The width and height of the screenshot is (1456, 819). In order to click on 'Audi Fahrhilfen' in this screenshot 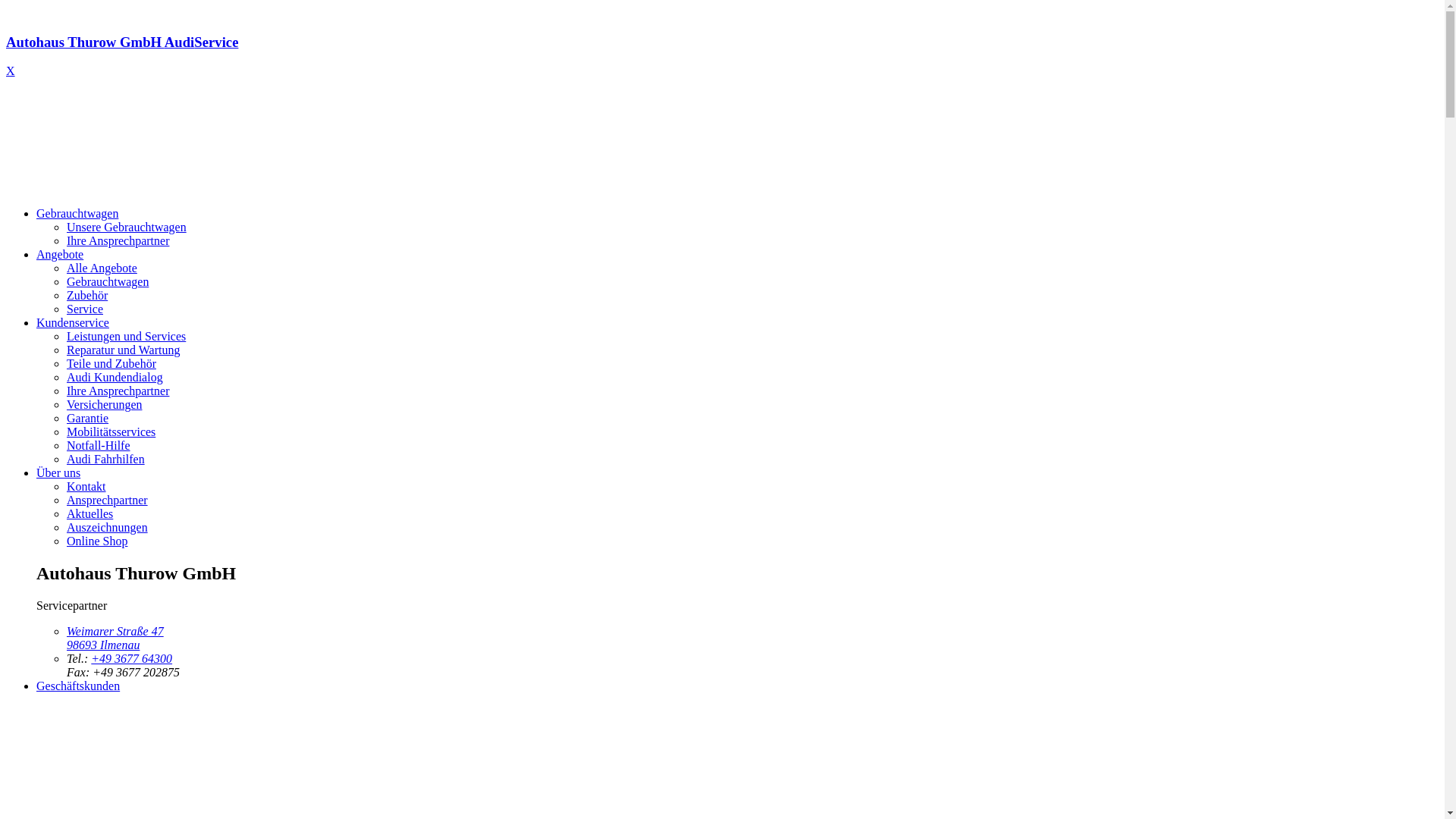, I will do `click(105, 458)`.